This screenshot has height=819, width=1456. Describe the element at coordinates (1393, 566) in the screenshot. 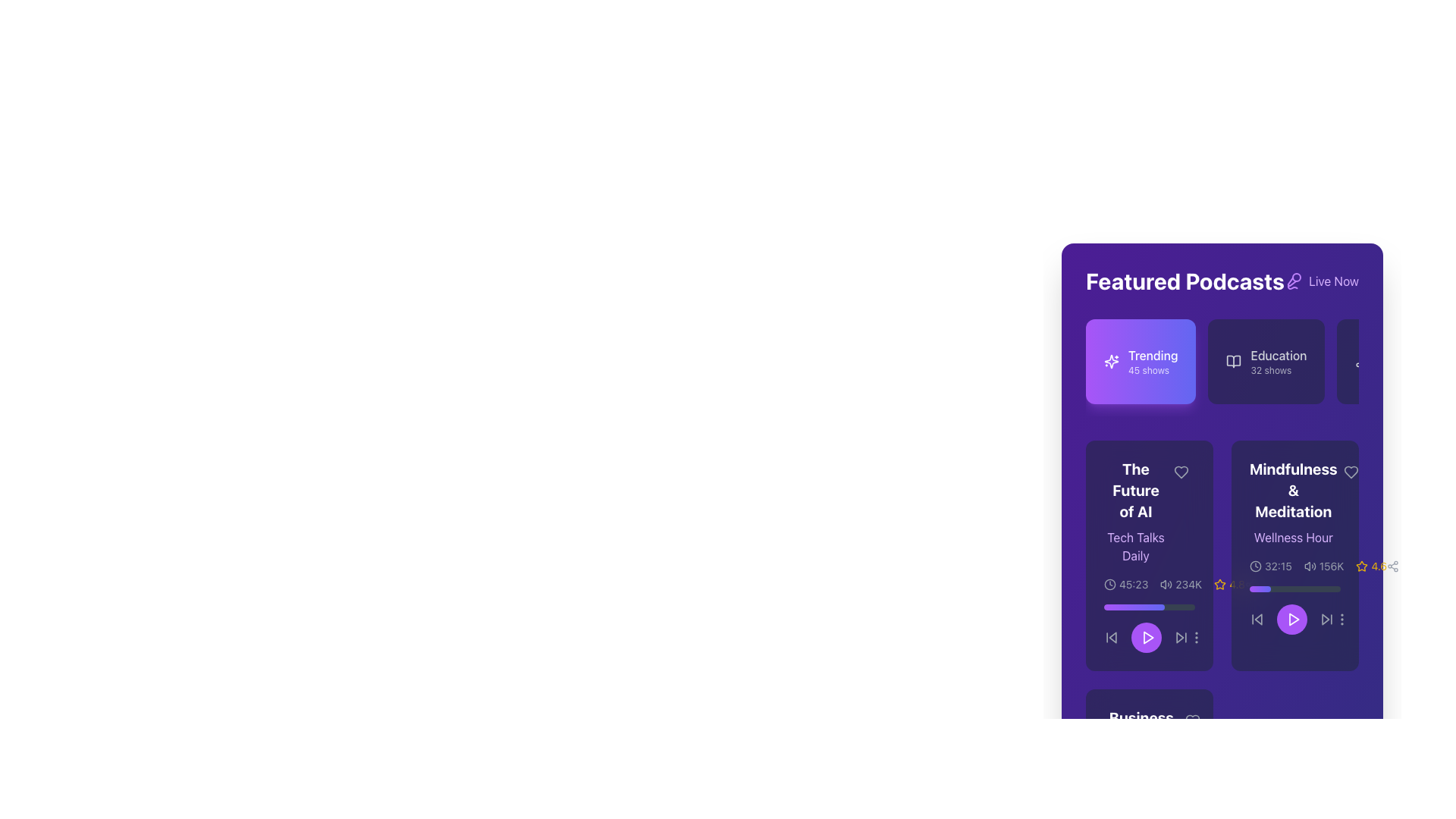

I see `the circular share icon button located` at that location.